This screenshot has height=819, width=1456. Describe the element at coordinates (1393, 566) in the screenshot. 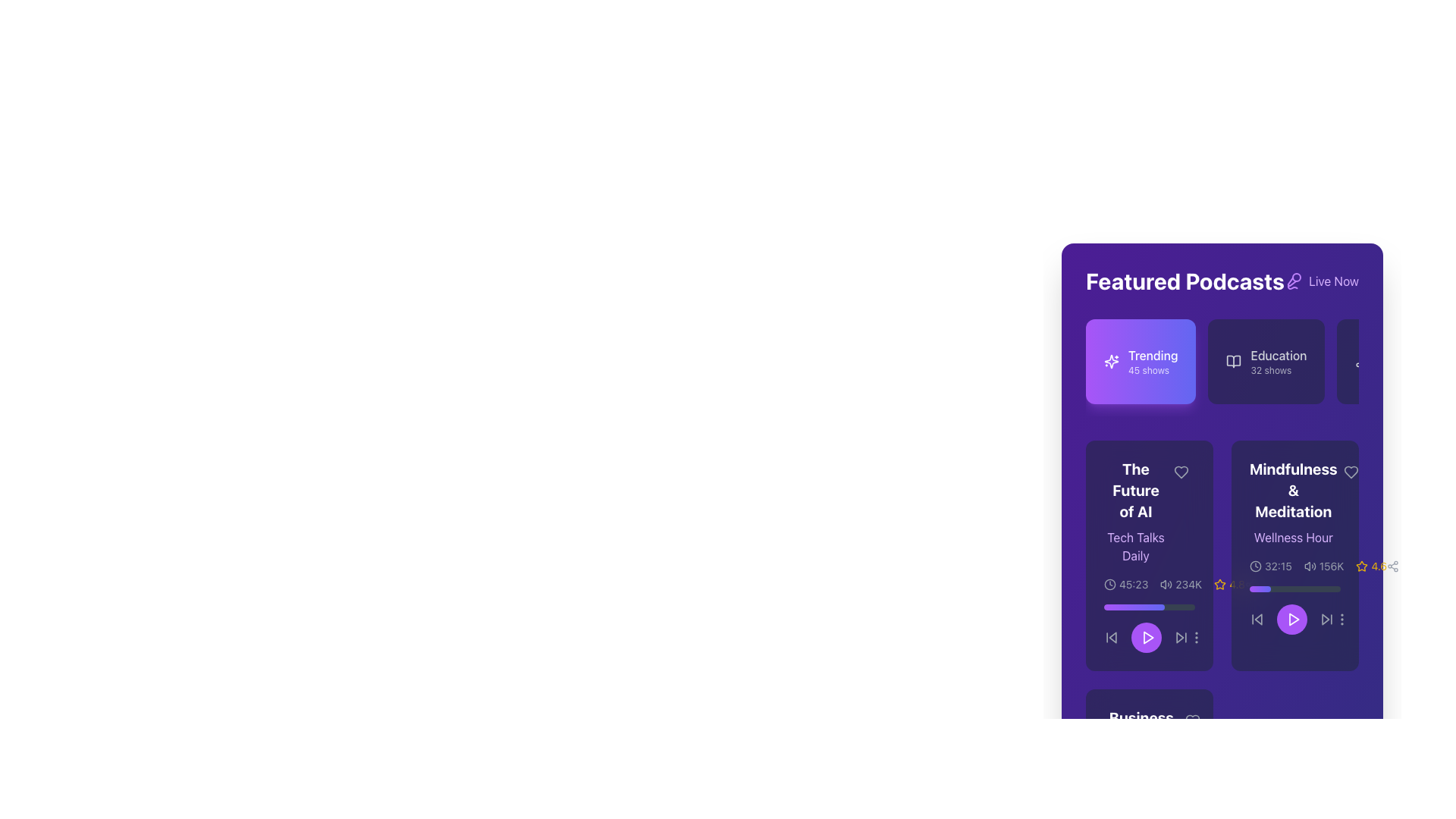

I see `the circular share icon button located` at that location.